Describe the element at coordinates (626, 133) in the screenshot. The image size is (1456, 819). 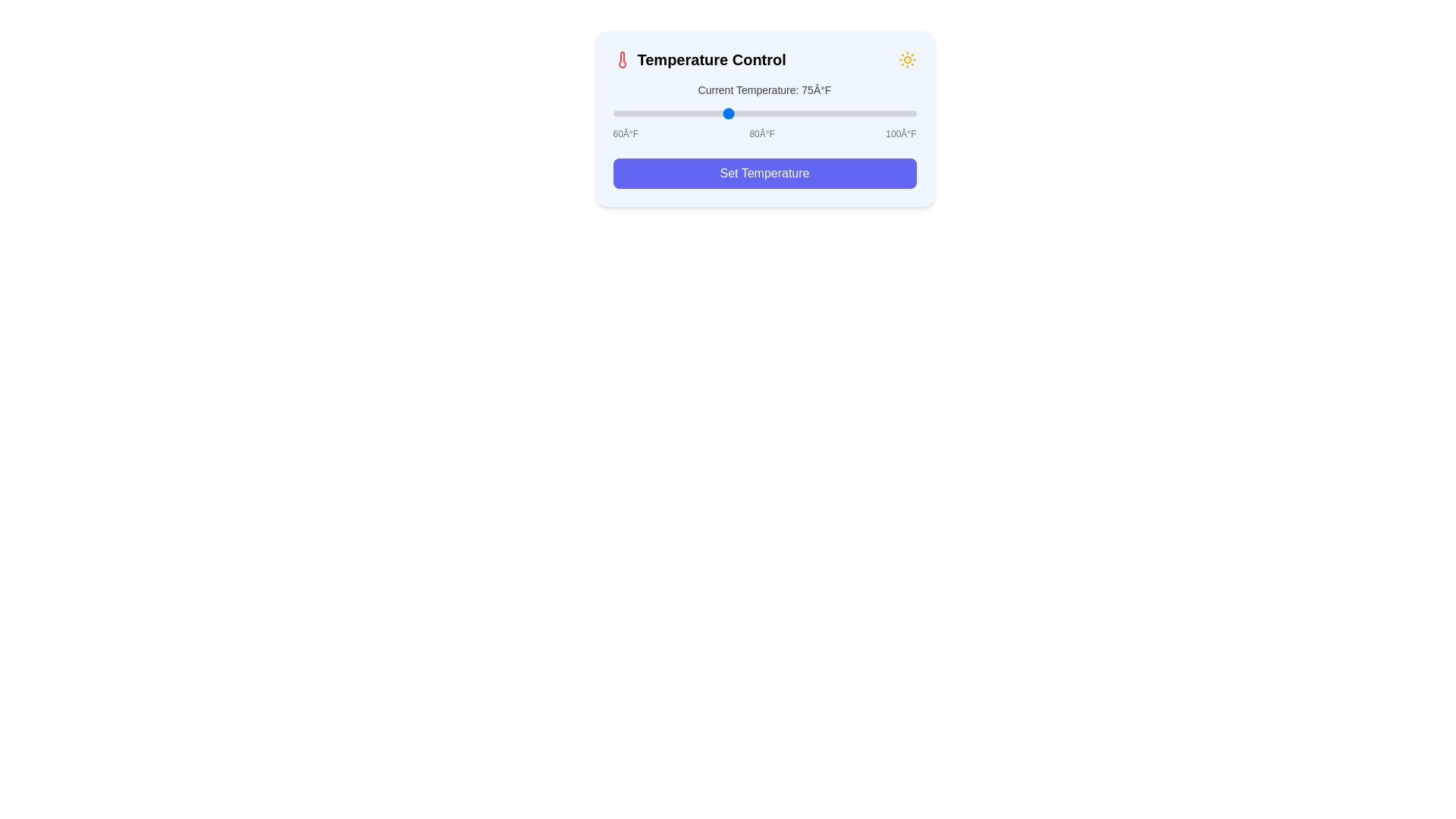
I see `the leftmost temperature label displaying '60°F', which serves as a reference point for the temperature slider` at that location.